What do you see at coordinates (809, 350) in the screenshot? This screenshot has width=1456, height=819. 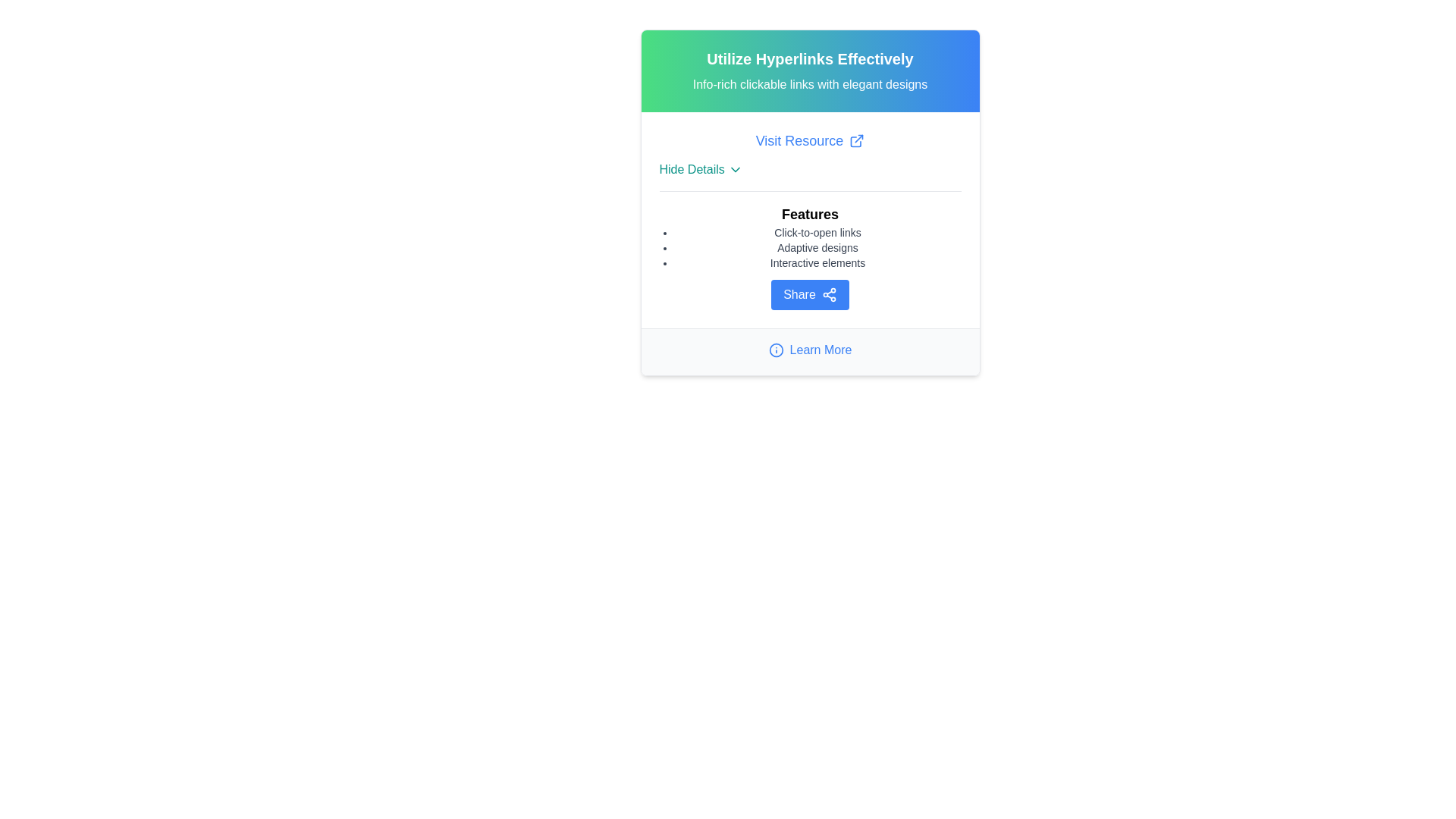 I see `the hyperlink with an inline icon located in the bottom section of the panel` at bounding box center [809, 350].